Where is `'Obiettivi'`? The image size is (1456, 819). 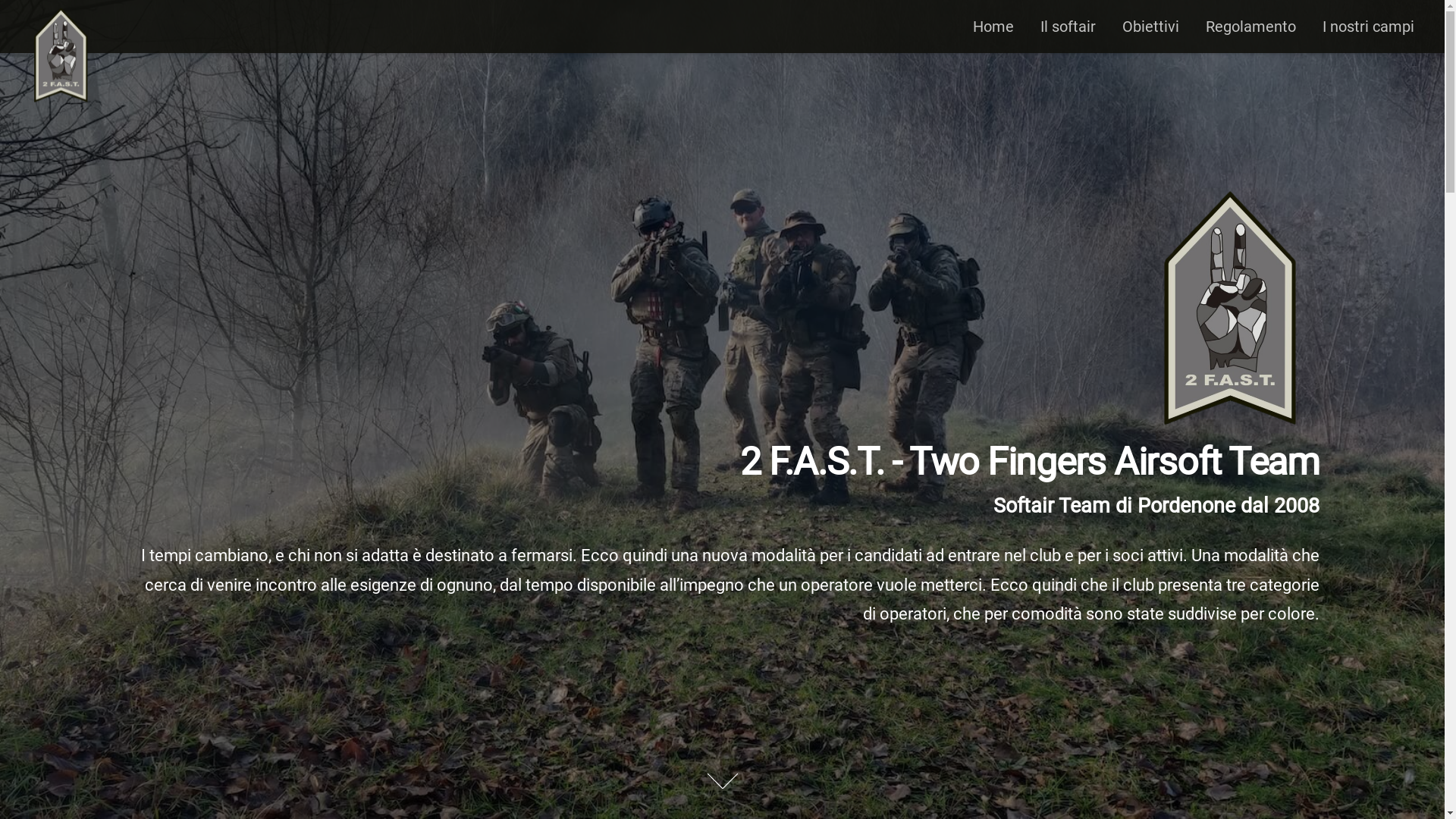 'Obiettivi' is located at coordinates (1150, 26).